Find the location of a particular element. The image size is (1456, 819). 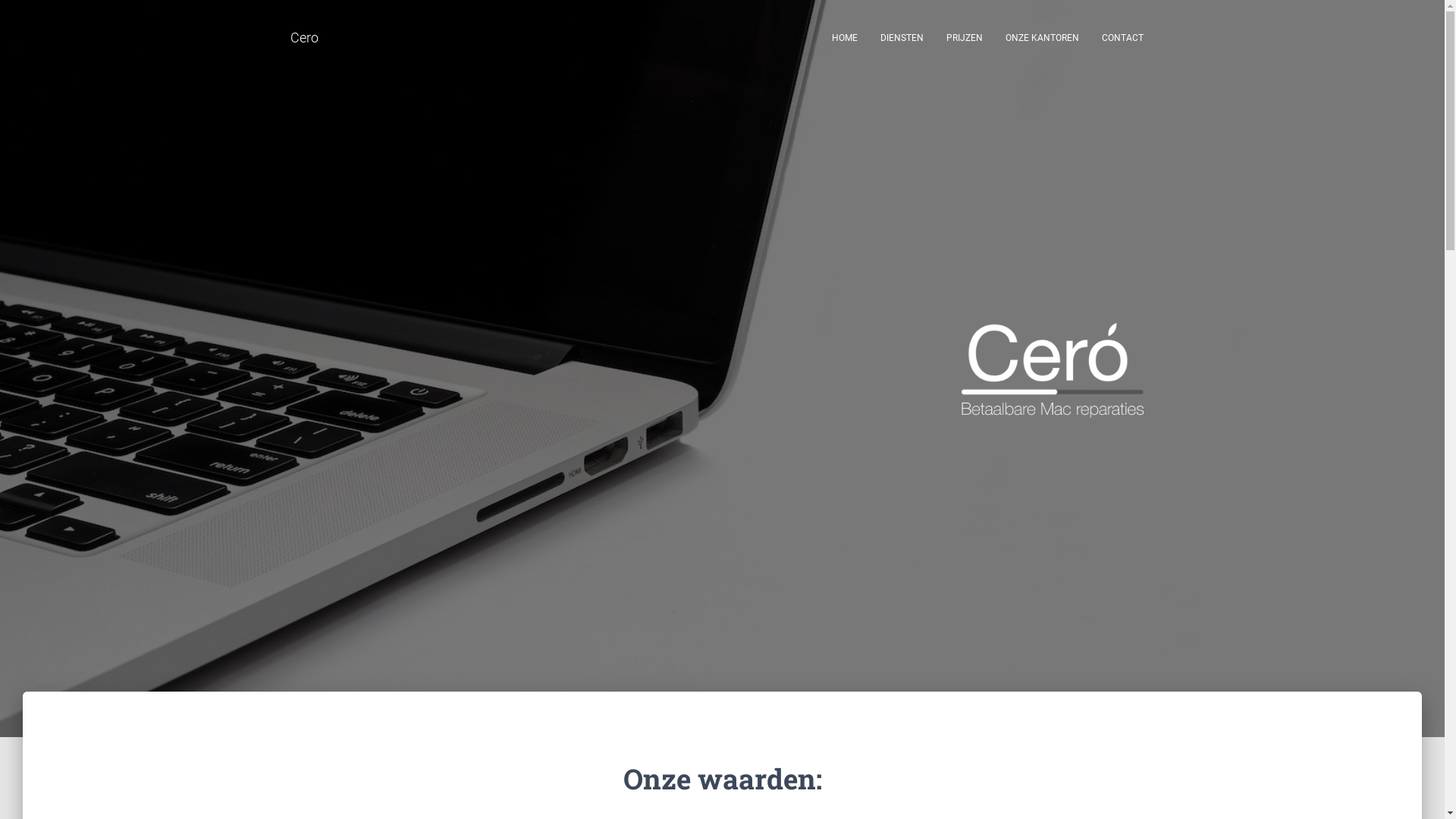

'CONTACT' is located at coordinates (1090, 37).